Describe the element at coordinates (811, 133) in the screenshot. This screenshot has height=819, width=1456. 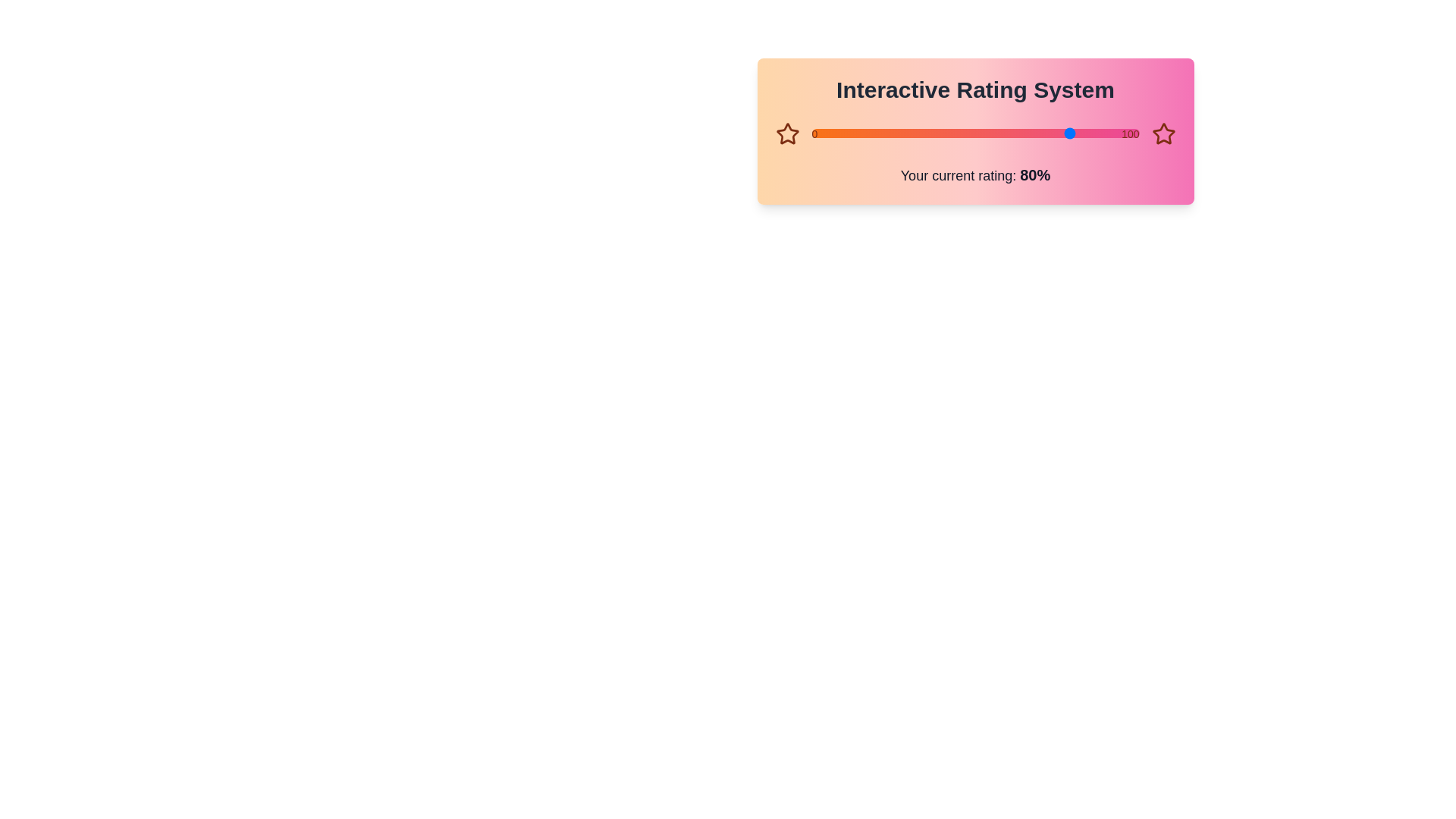
I see `the slider to set the rating to 27%` at that location.